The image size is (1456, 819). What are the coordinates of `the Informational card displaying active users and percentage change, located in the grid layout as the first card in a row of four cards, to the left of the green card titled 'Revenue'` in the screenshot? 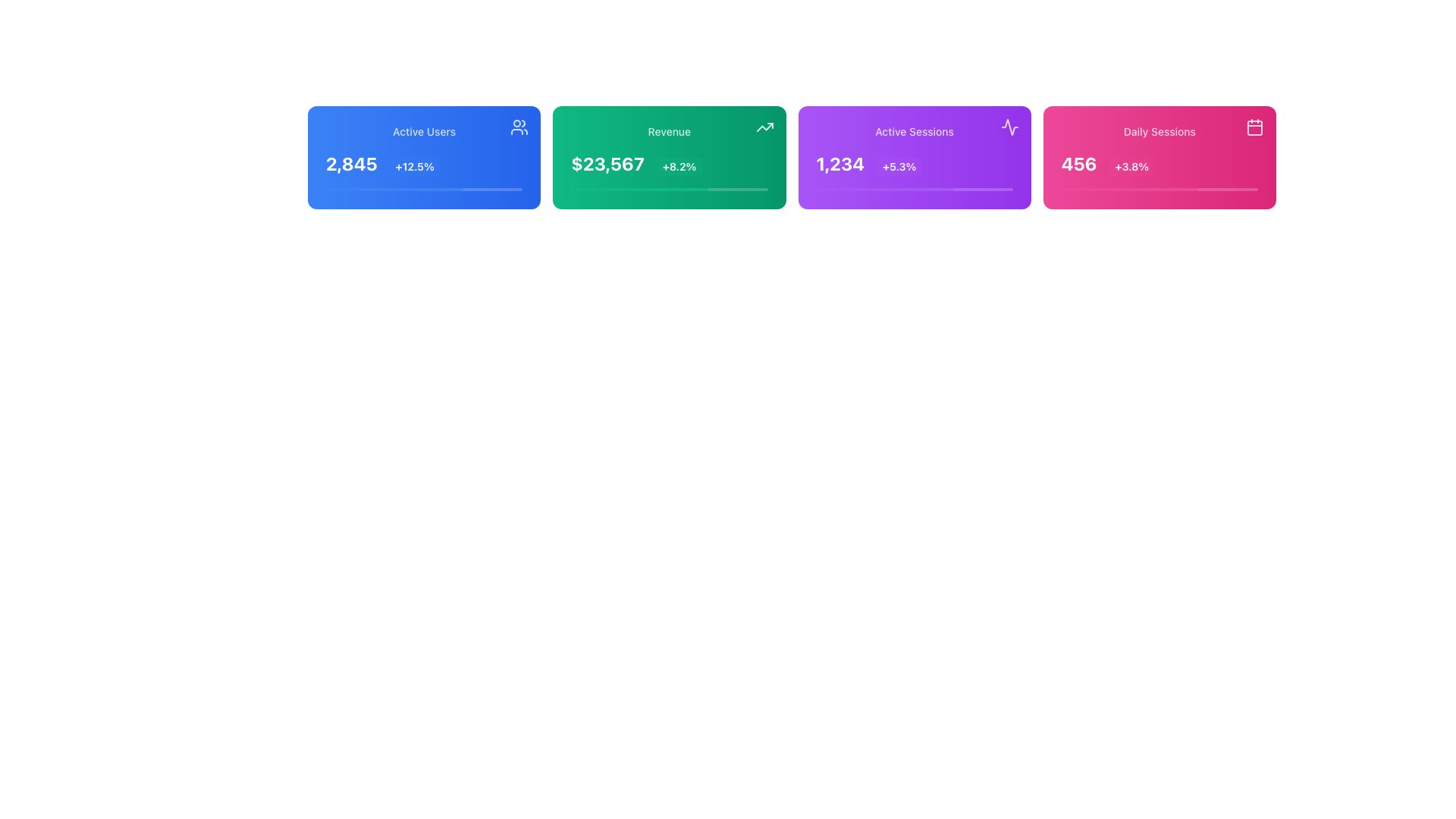 It's located at (424, 158).